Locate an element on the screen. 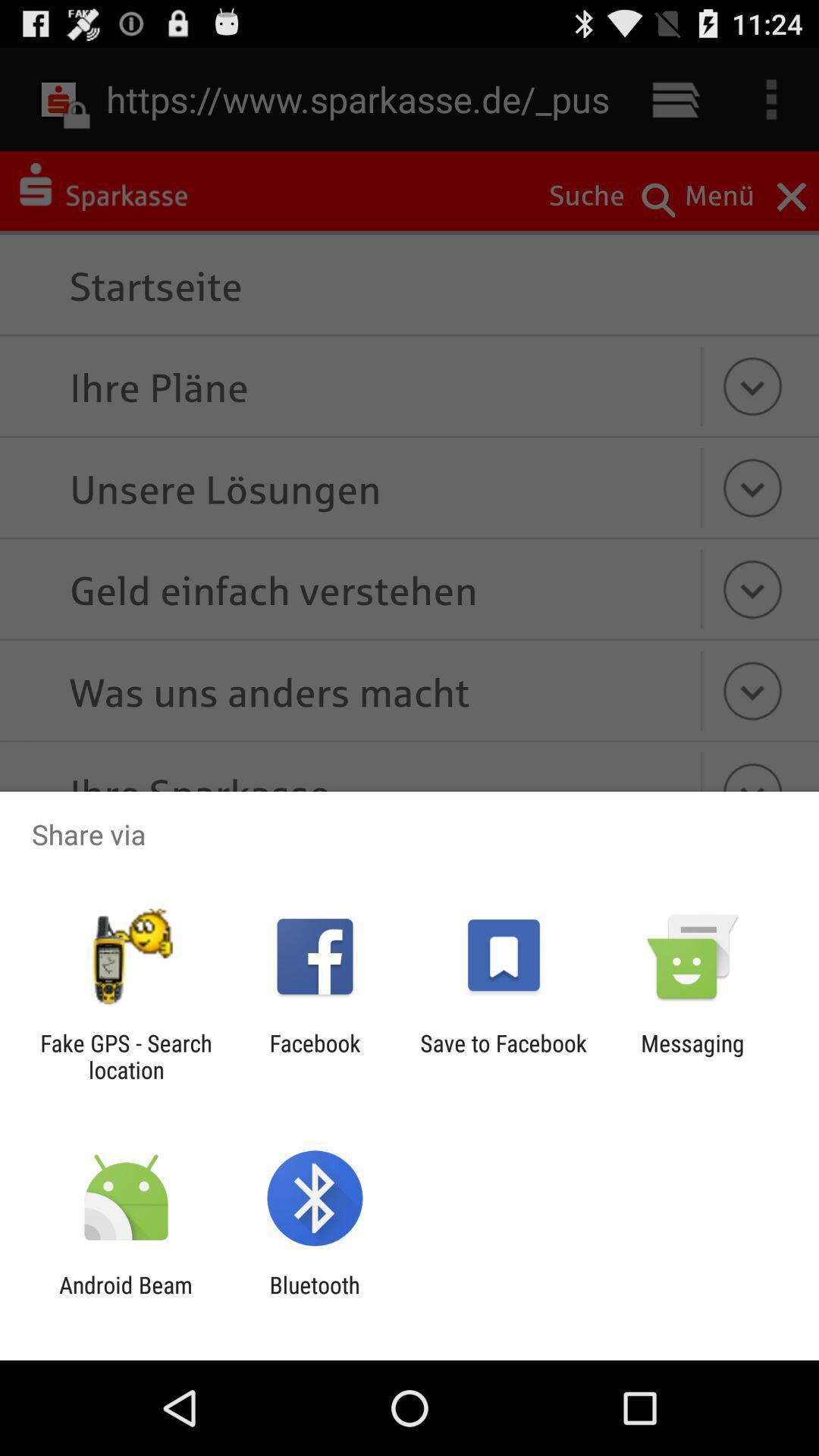 The height and width of the screenshot is (1456, 819). messaging icon is located at coordinates (692, 1056).